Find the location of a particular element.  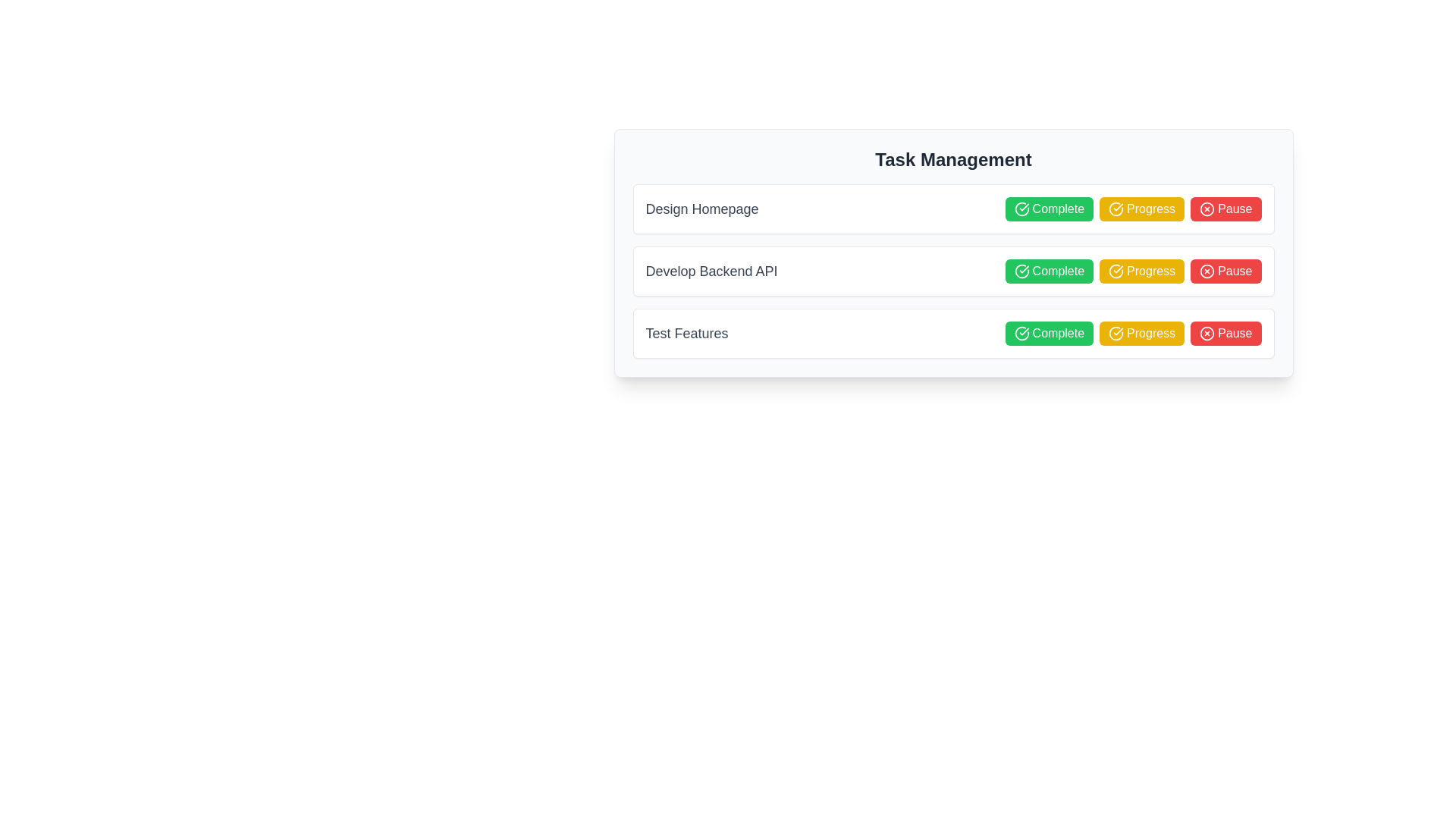

the second task item in the 'Task Management' section is located at coordinates (952, 271).